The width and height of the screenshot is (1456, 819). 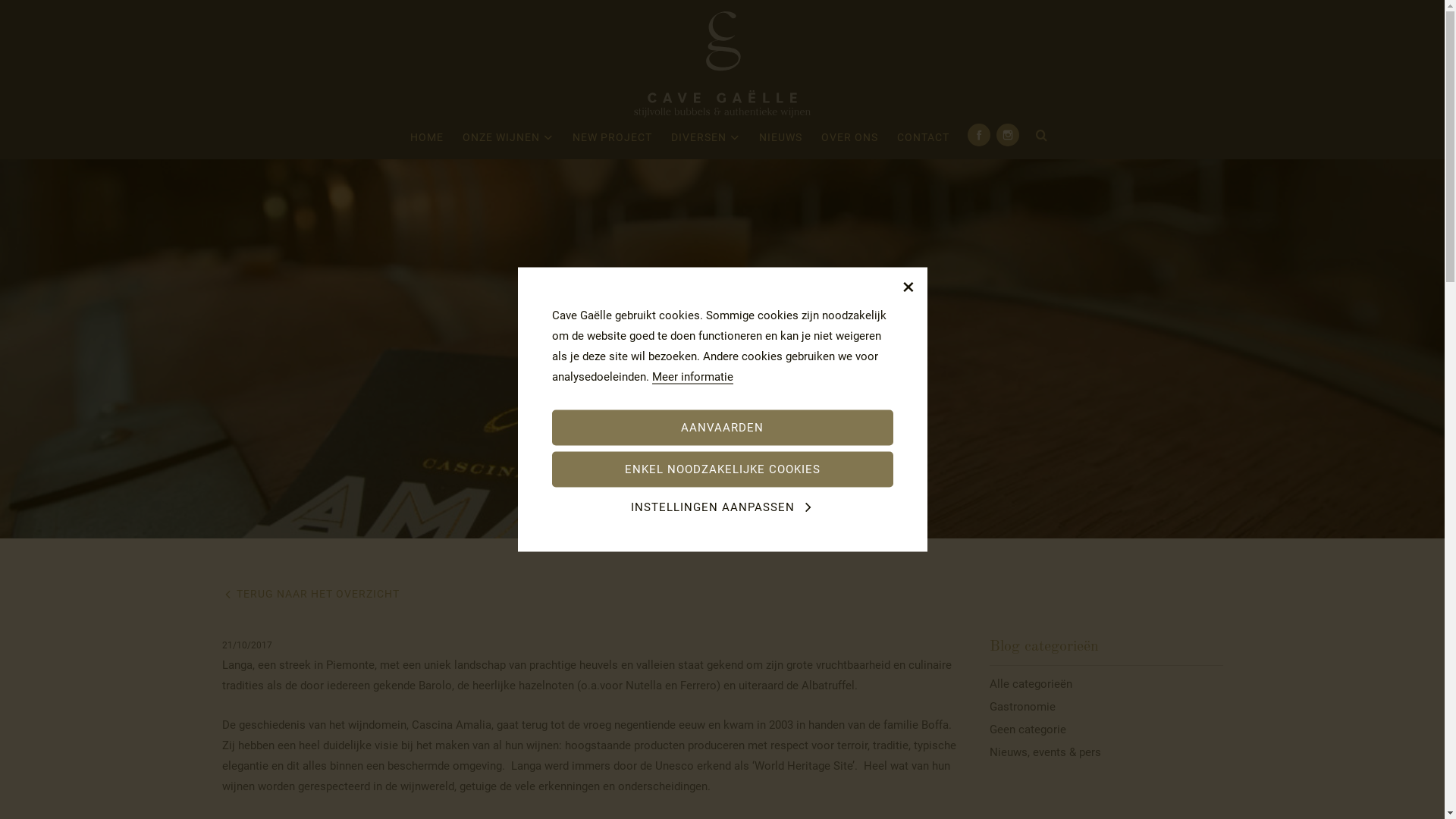 I want to click on 'HOME', so click(x=425, y=140).